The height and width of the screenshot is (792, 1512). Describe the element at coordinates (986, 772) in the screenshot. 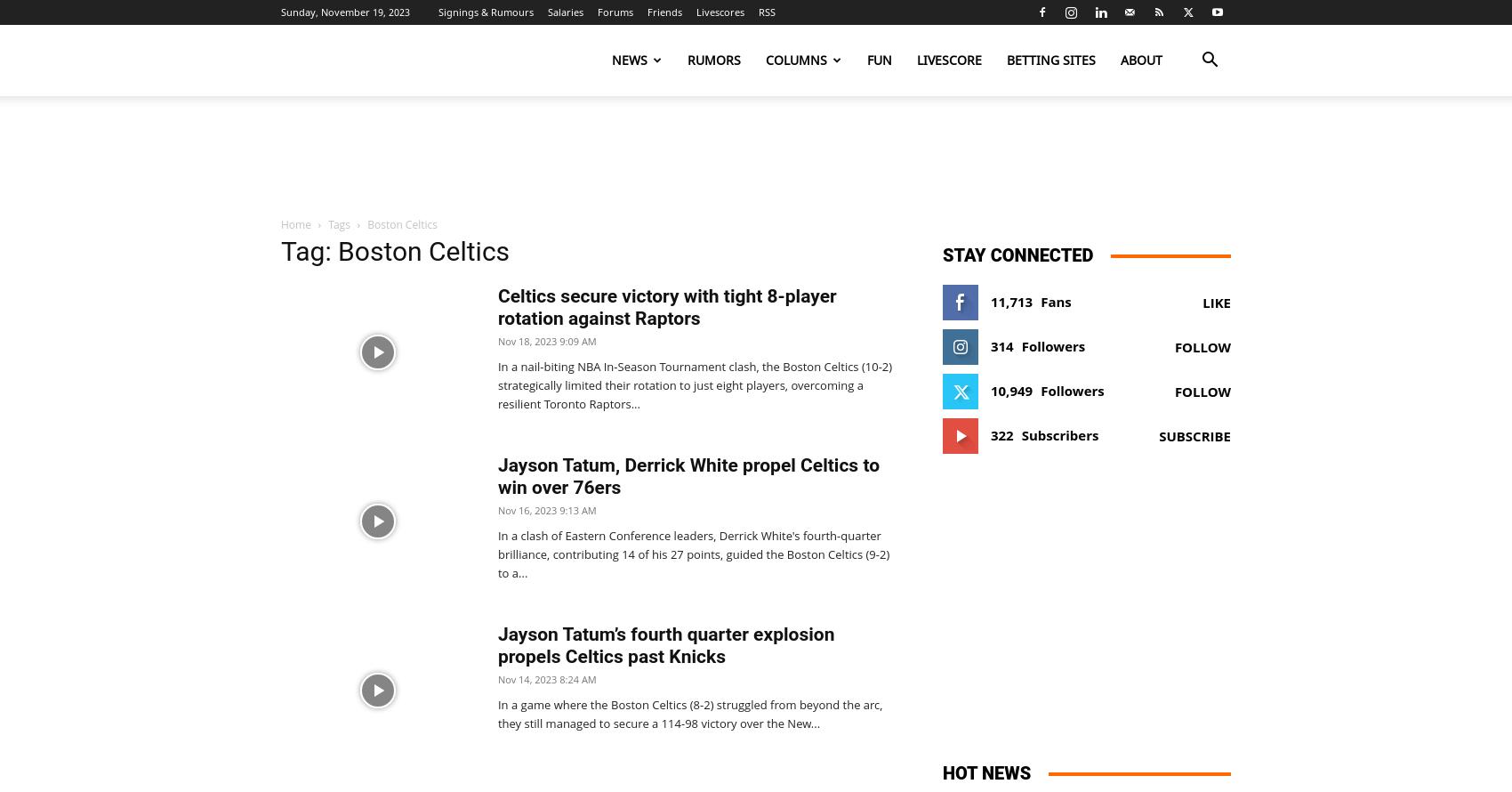

I see `'HOT NEWS'` at that location.